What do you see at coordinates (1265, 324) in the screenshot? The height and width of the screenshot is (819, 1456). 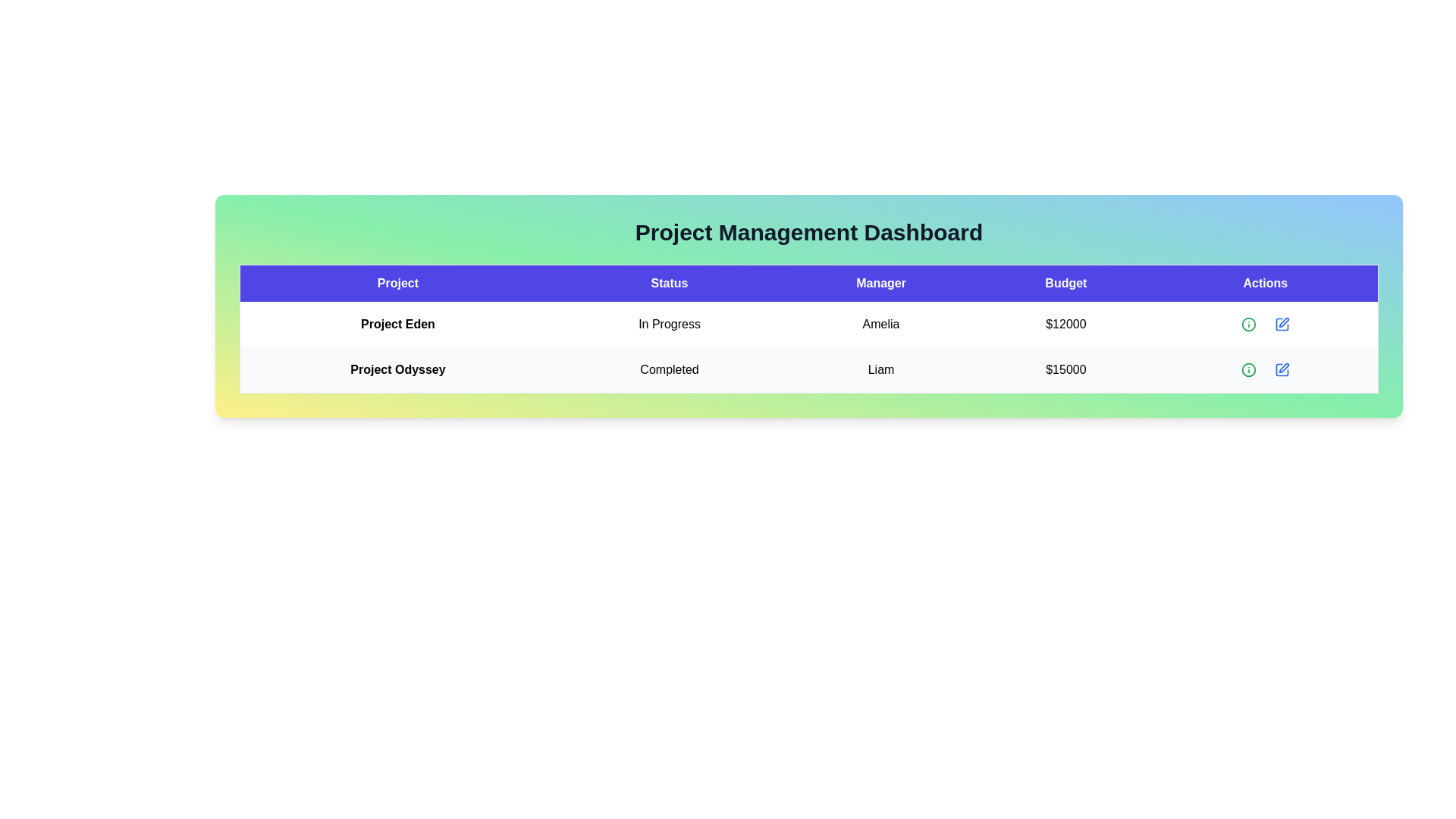 I see `the interactive action buttons in the 'Actions' column of the first row in the Project Management Dashboard, which is aligned with the entry for 'Project Eden'` at bounding box center [1265, 324].